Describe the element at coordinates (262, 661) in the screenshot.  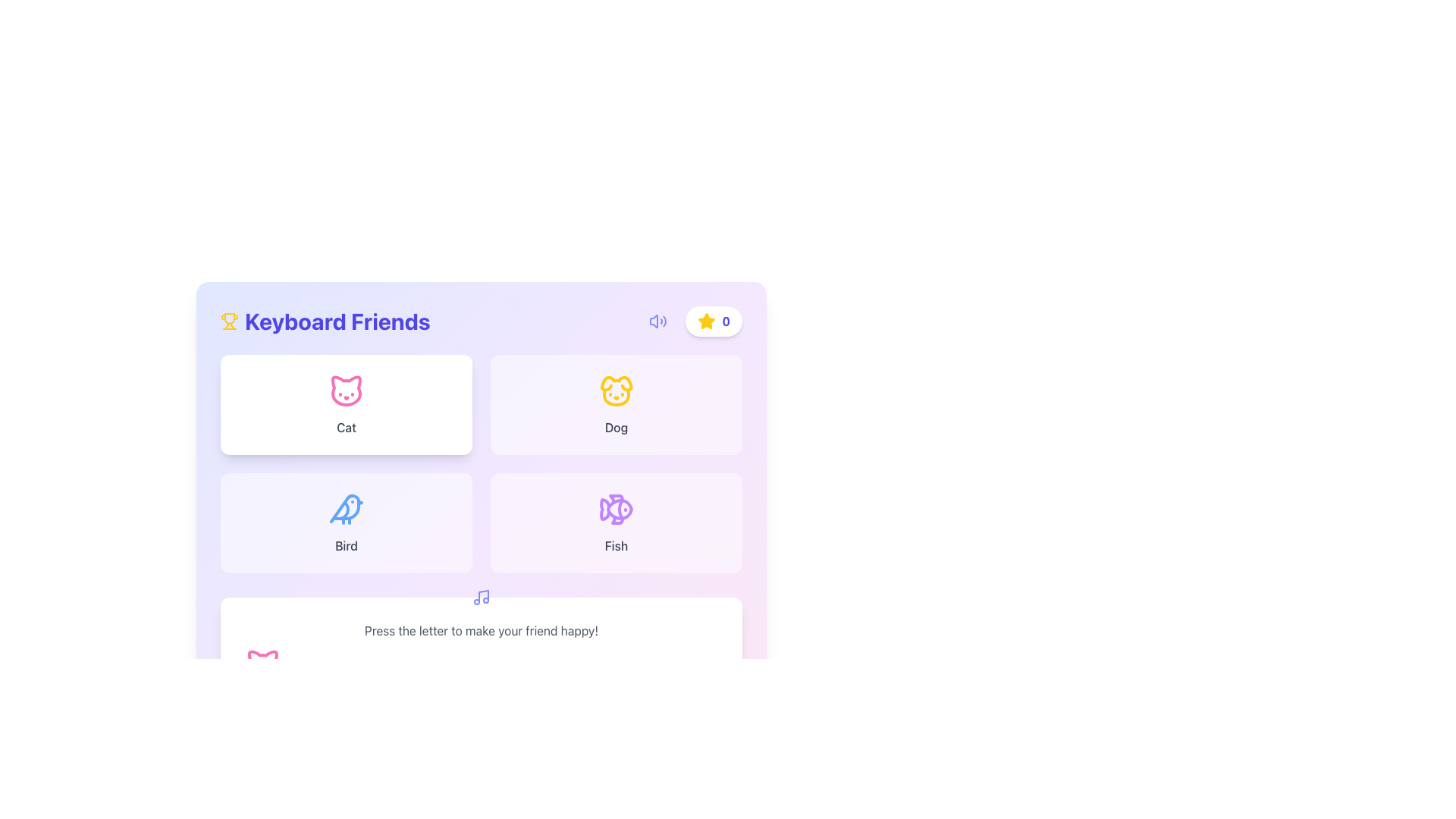
I see `the leftmost cat-themed icon in the interactive grid, which is positioned above the label 'Cat' and features a pink background` at that location.